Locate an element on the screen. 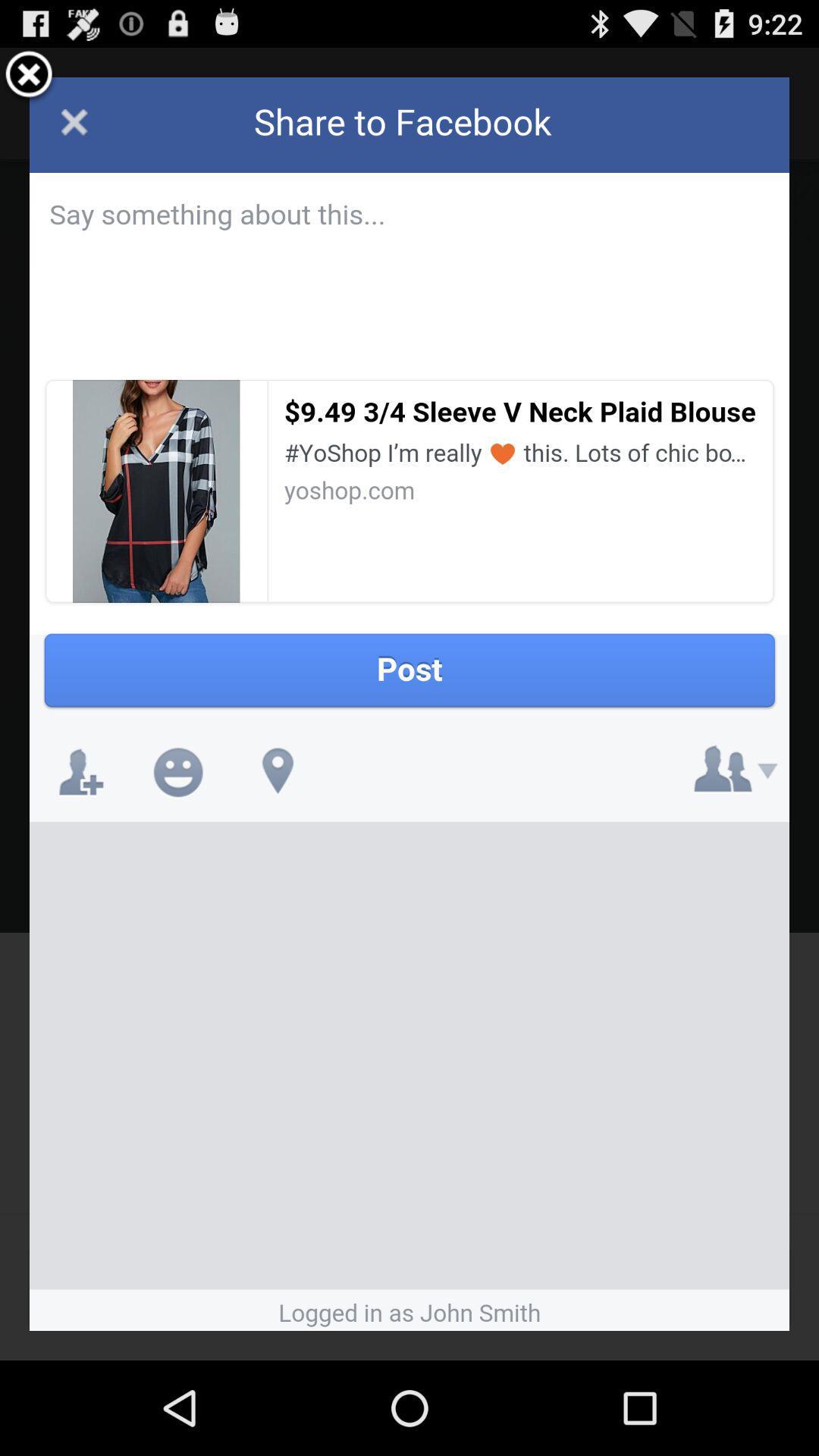 The height and width of the screenshot is (1456, 819). screen is located at coordinates (29, 76).